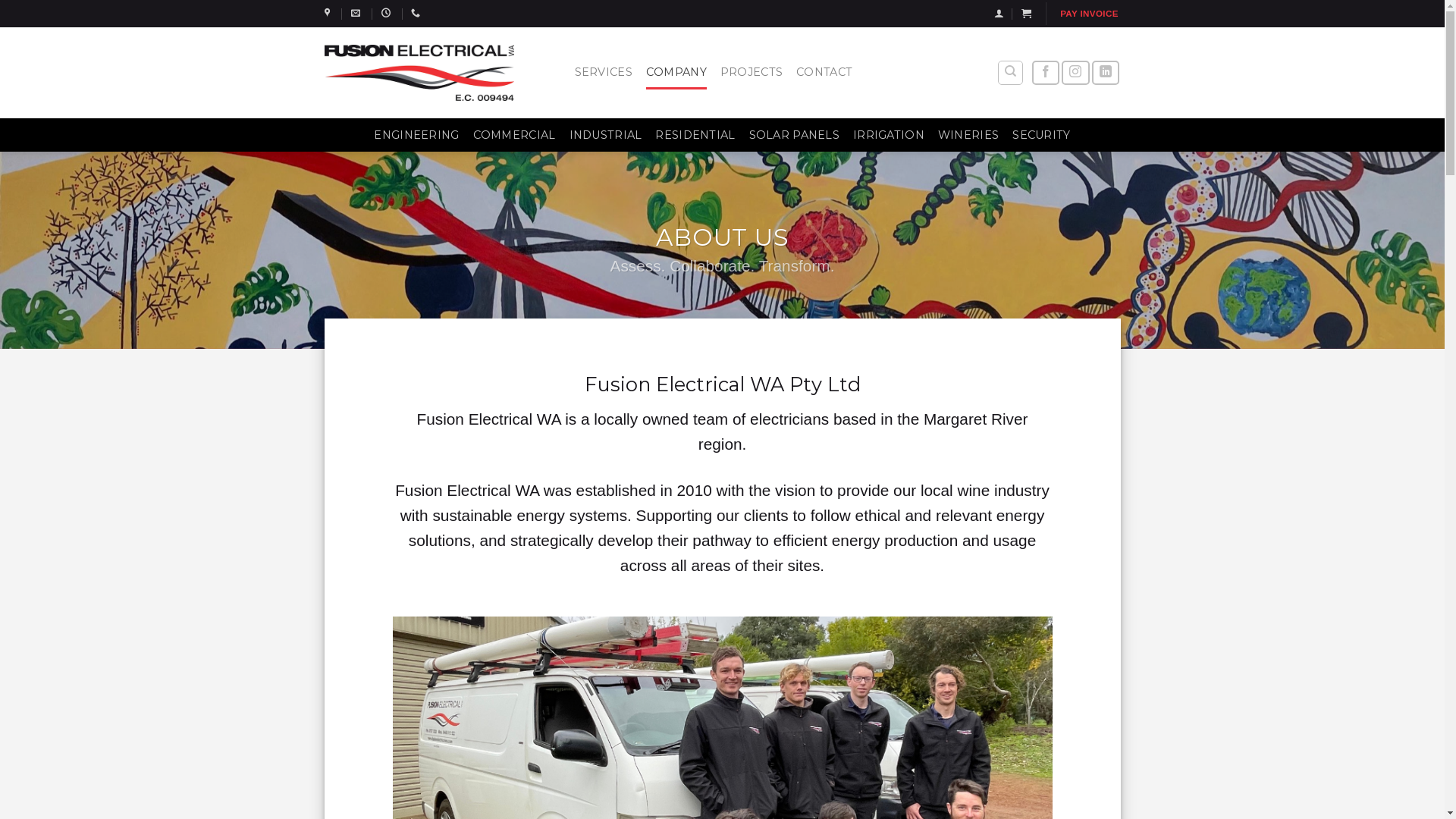 The height and width of the screenshot is (819, 1456). What do you see at coordinates (1087, 14) in the screenshot?
I see `'PAY INVOICE'` at bounding box center [1087, 14].